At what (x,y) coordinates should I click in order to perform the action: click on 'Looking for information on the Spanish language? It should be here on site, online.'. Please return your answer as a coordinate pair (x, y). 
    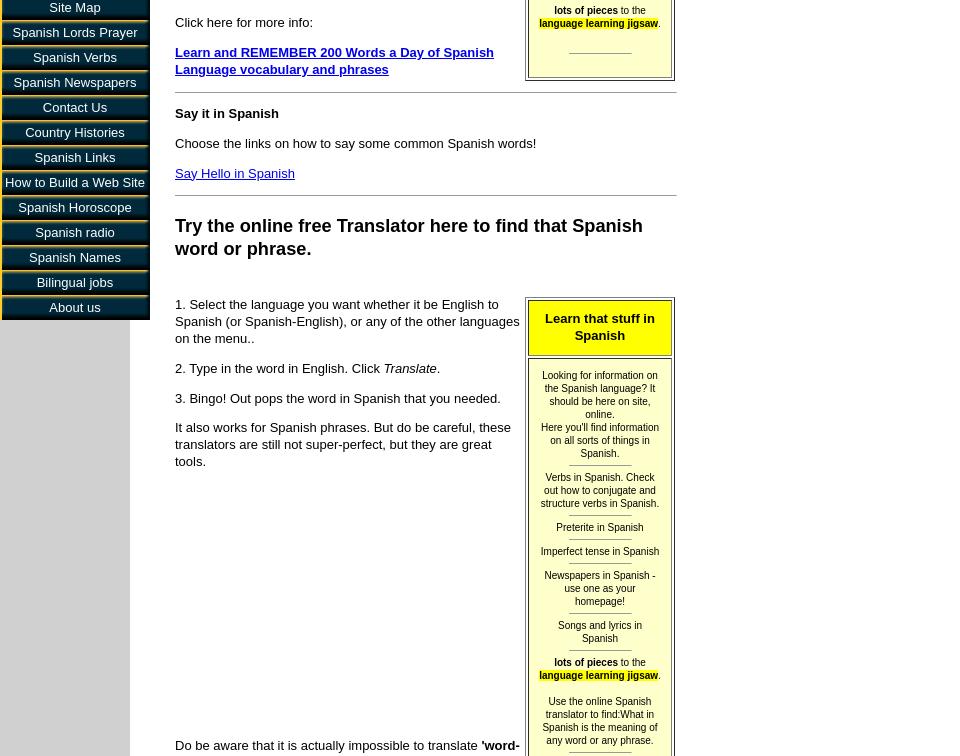
    Looking at the image, I should click on (599, 394).